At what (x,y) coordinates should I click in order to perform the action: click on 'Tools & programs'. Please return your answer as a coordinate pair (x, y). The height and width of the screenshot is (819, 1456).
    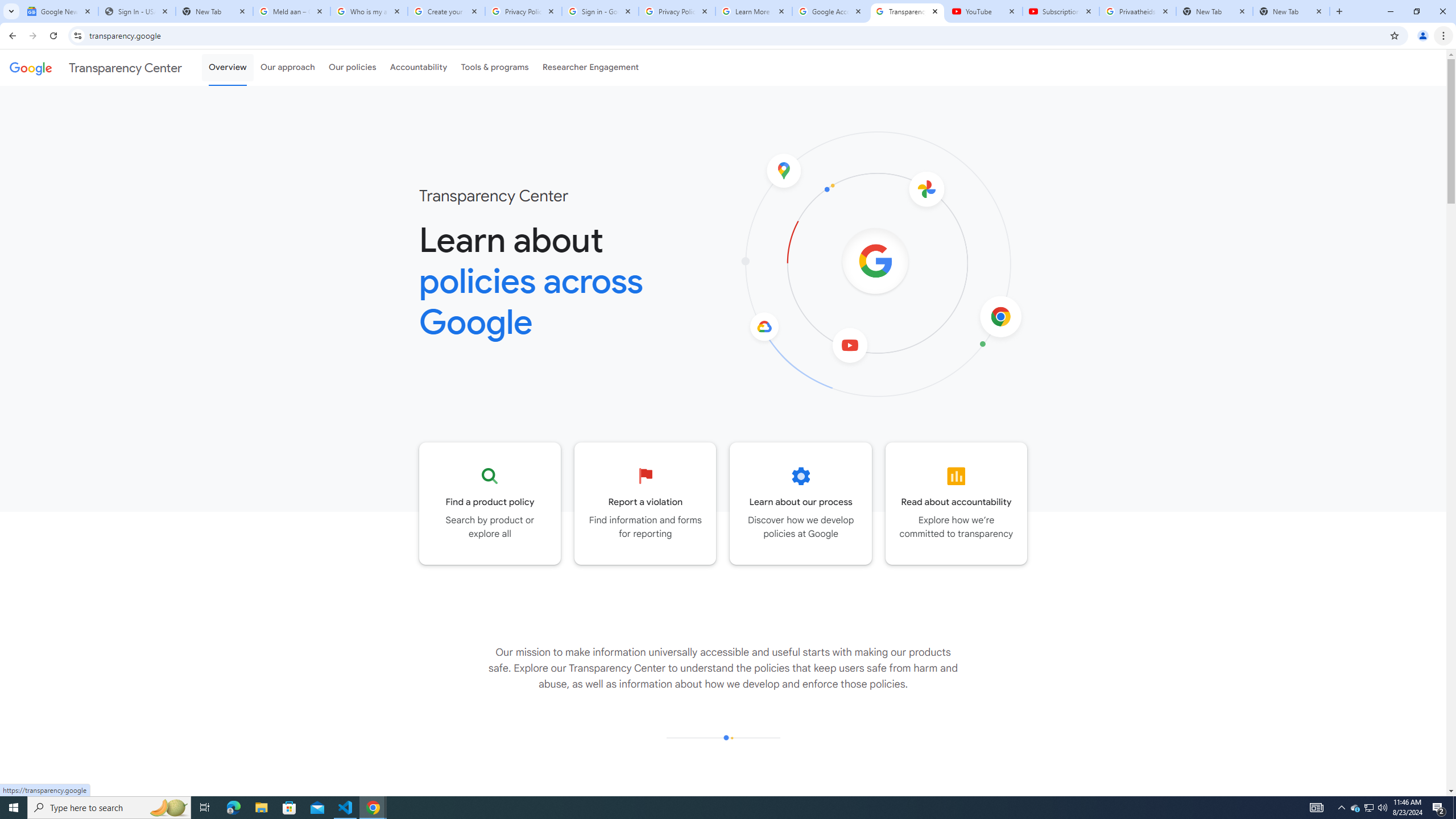
    Looking at the image, I should click on (494, 67).